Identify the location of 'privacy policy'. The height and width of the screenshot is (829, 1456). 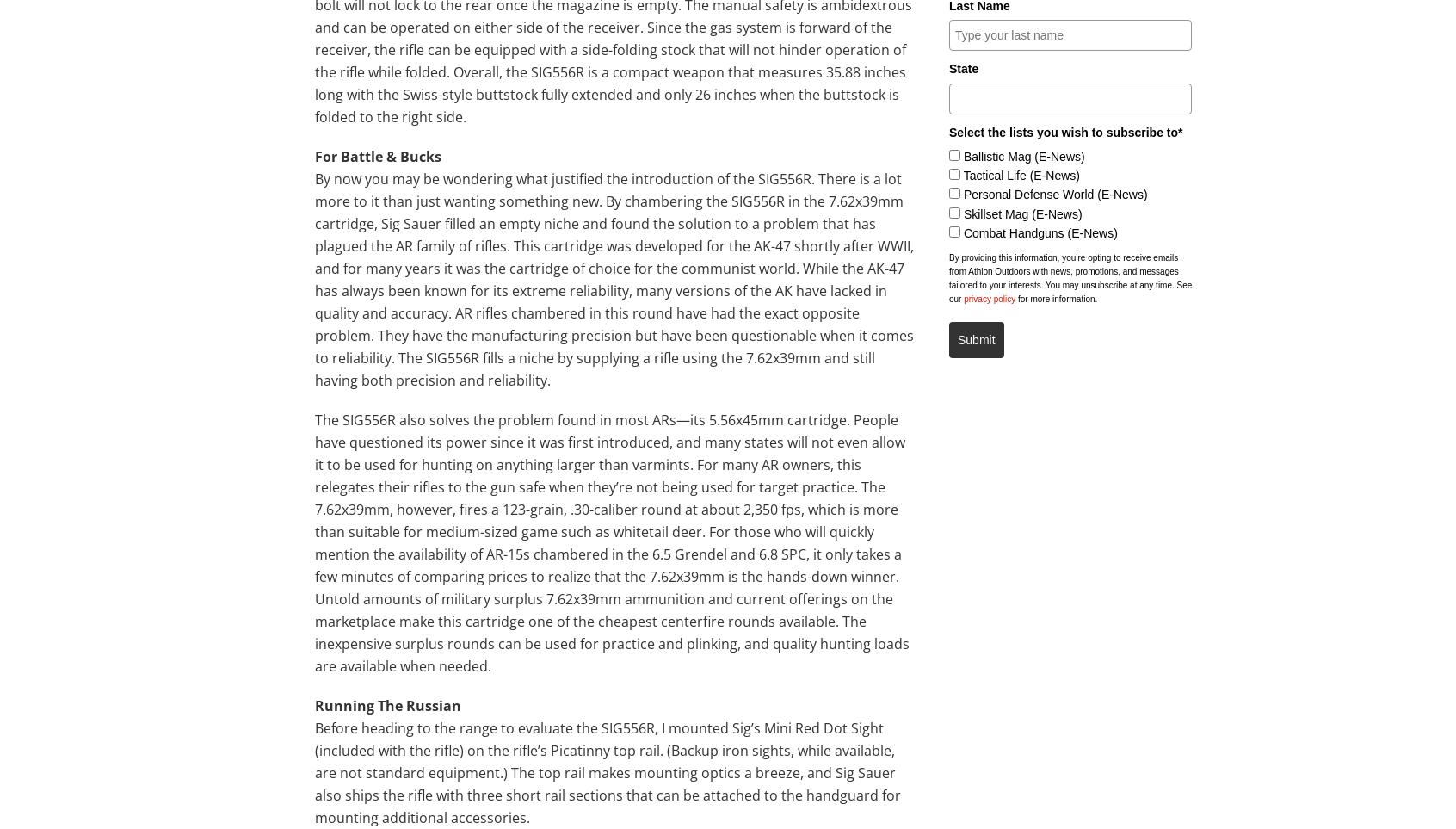
(963, 299).